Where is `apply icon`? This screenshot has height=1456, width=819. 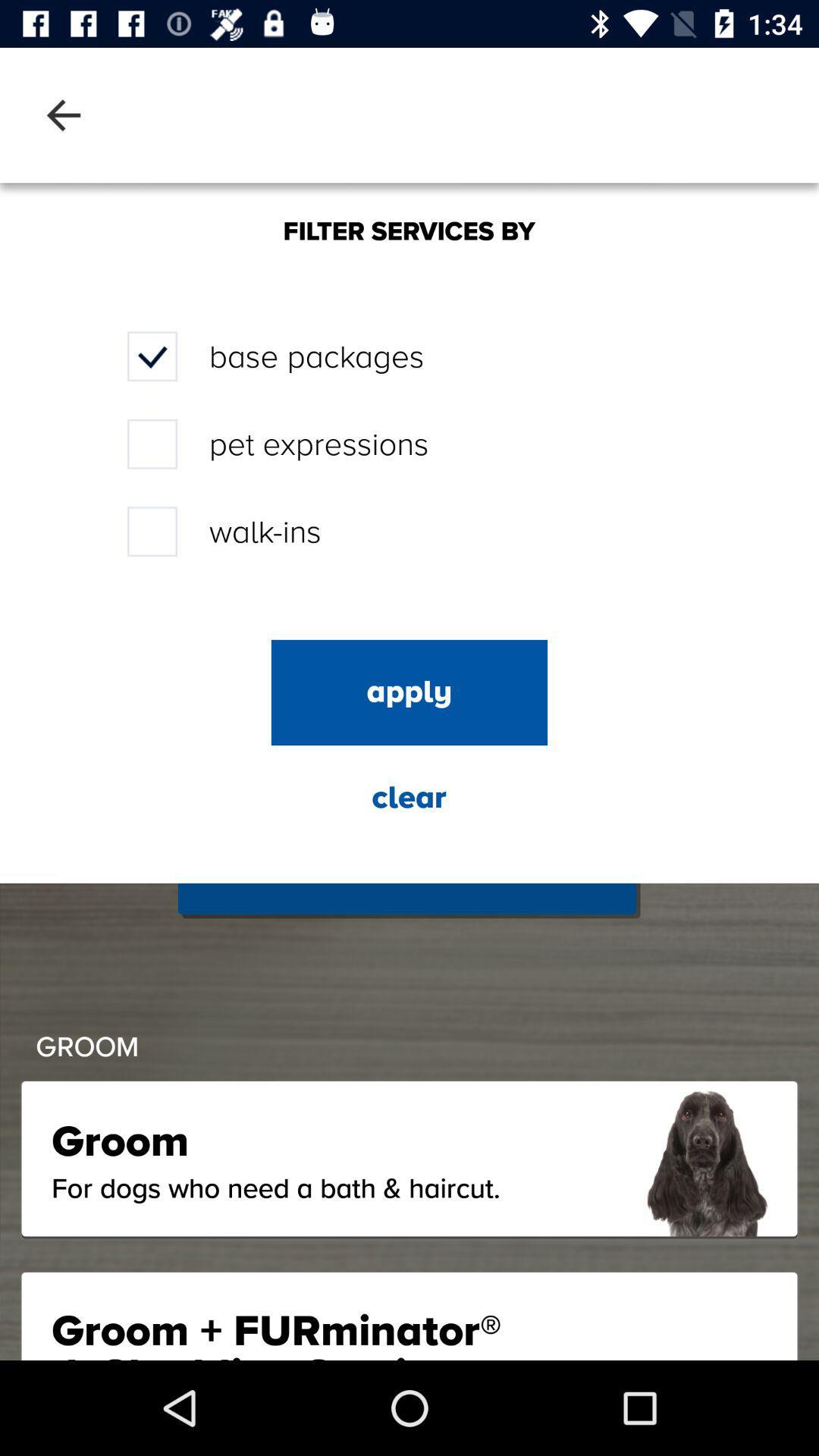 apply icon is located at coordinates (409, 692).